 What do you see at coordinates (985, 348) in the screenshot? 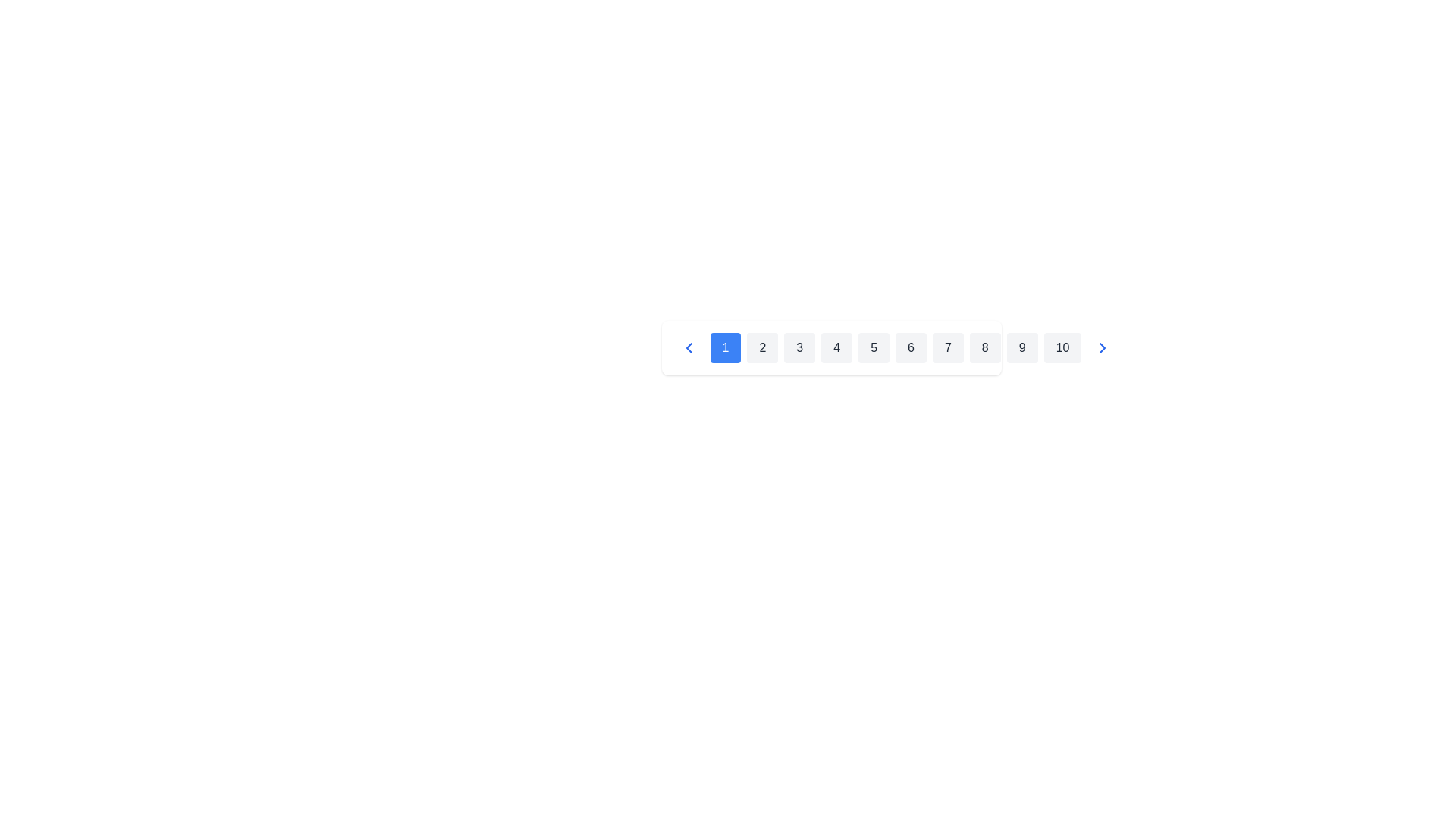
I see `the eighth button in the horizontal navigation bar, which is styled with rounded corners and has the text '8' in dark gray` at bounding box center [985, 348].